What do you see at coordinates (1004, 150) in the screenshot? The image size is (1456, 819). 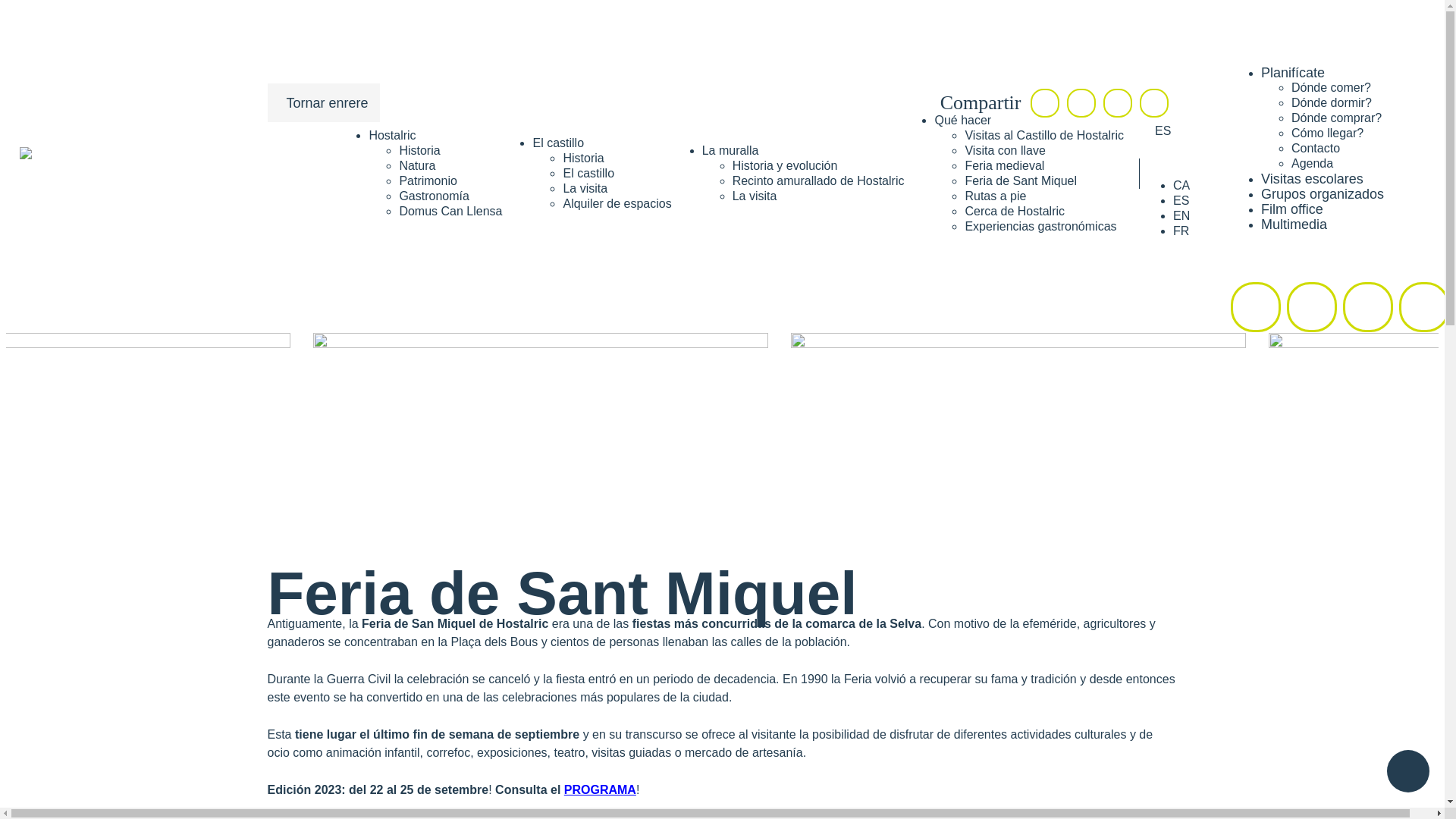 I see `'Visita con llave'` at bounding box center [1004, 150].